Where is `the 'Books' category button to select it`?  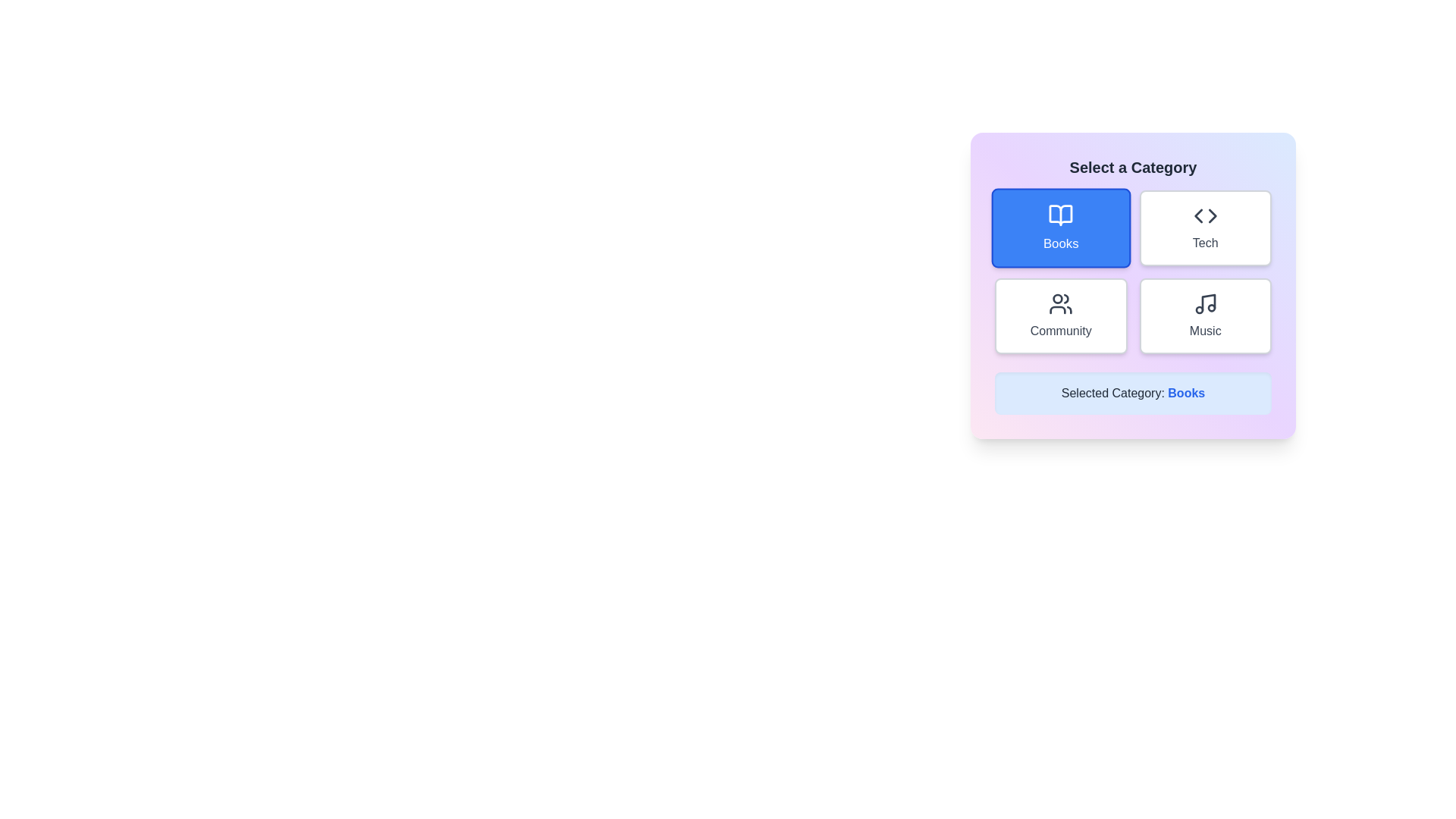 the 'Books' category button to select it is located at coordinates (1060, 227).